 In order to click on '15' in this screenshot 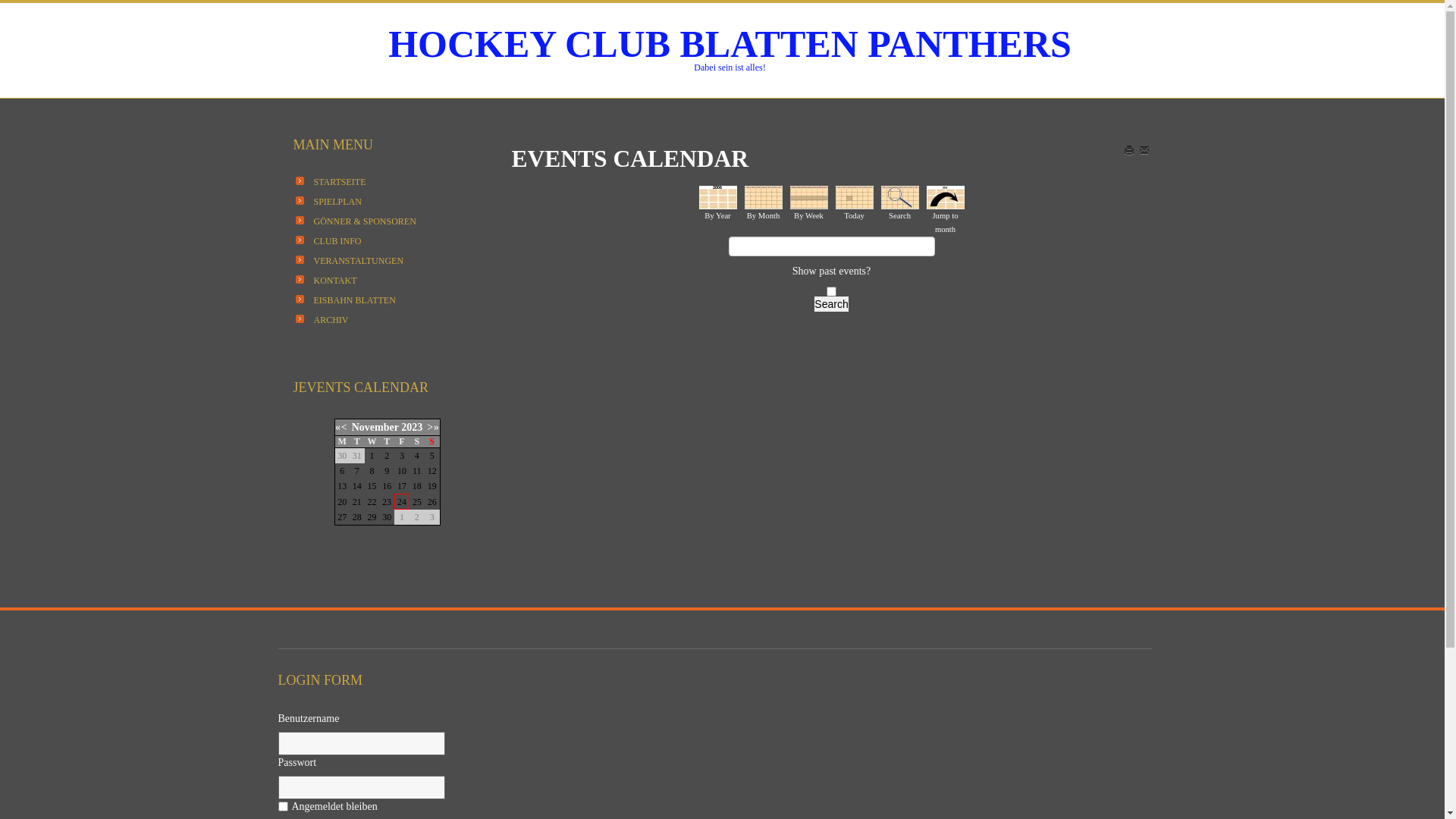, I will do `click(371, 485)`.